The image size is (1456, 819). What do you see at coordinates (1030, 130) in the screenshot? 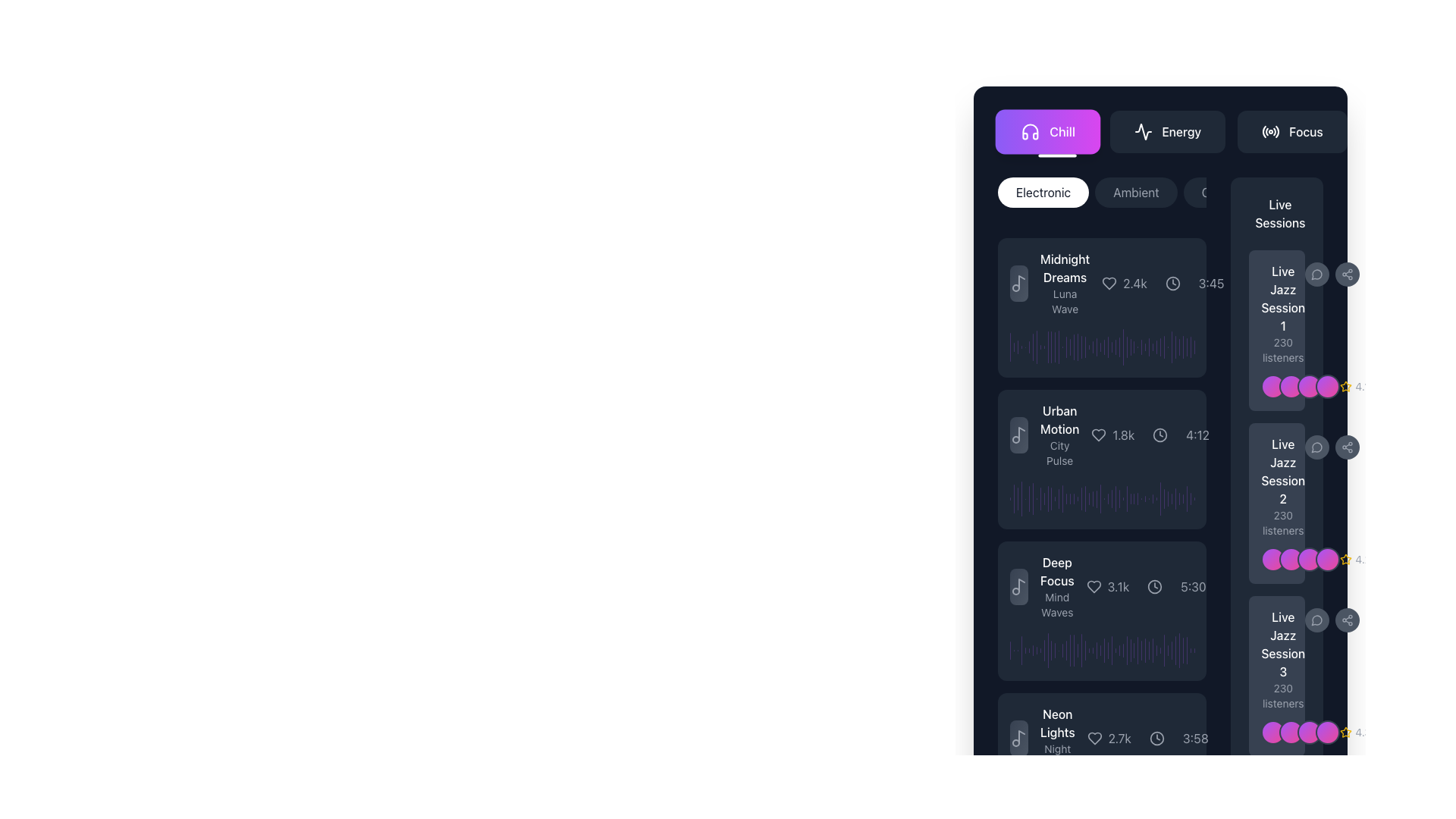
I see `the 'Chill' tab icon, which visually represents the tab's purpose and is located in the top section of the user interface` at bounding box center [1030, 130].